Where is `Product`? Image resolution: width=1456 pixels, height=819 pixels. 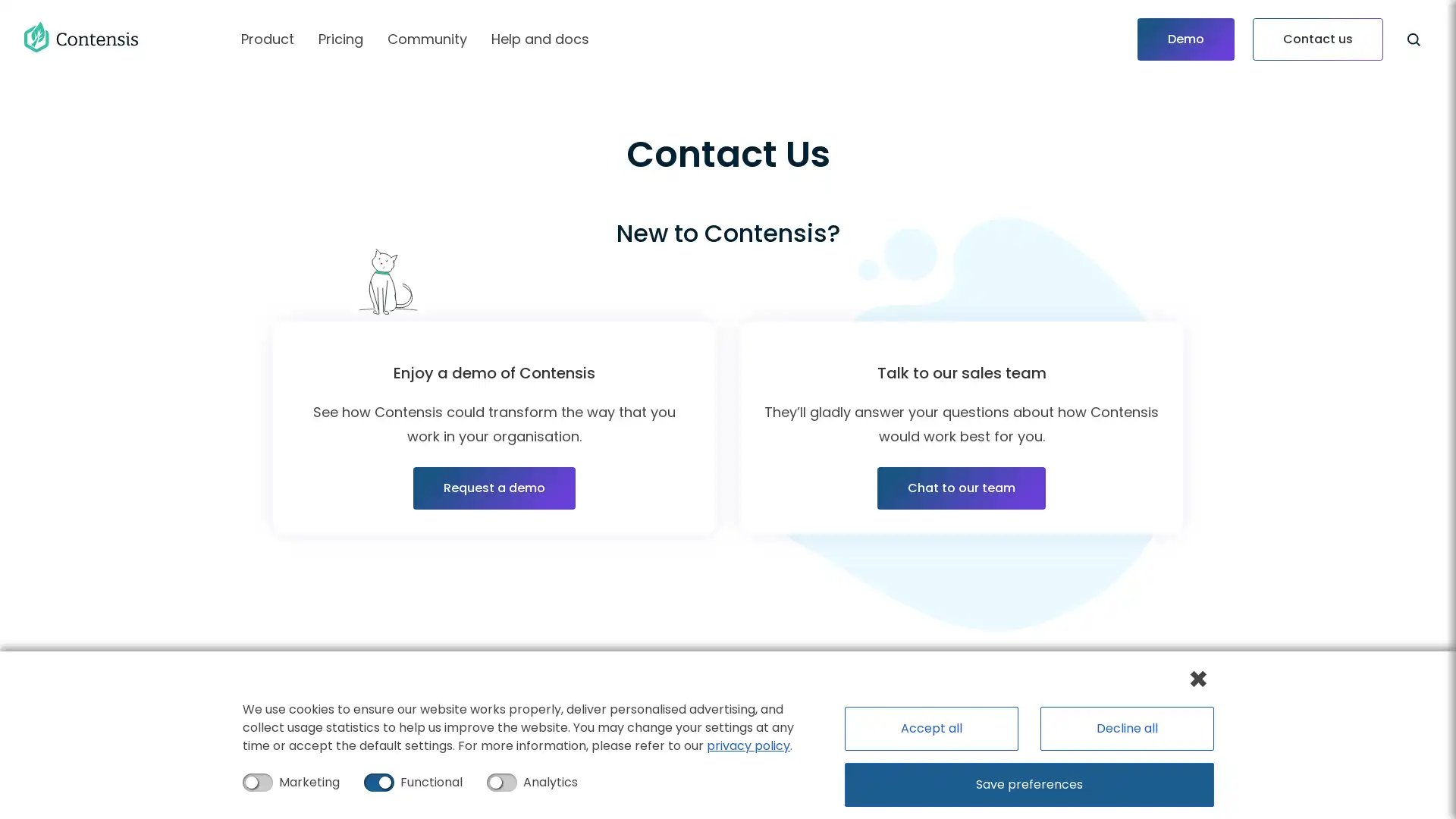 Product is located at coordinates (268, 38).